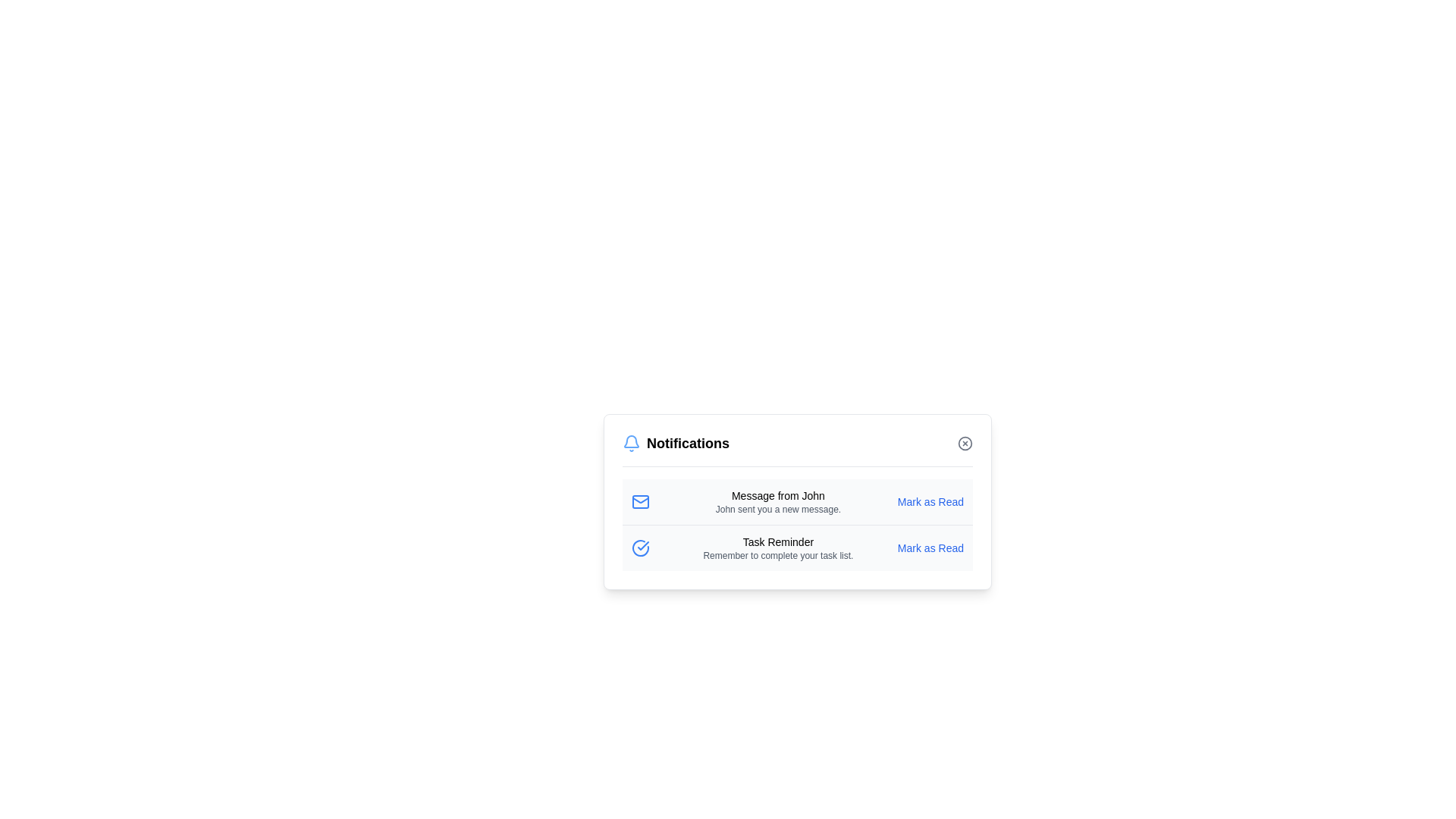 This screenshot has height=819, width=1456. I want to click on the title text label that indicates a message from the user named John in the notification panel, so click(778, 496).